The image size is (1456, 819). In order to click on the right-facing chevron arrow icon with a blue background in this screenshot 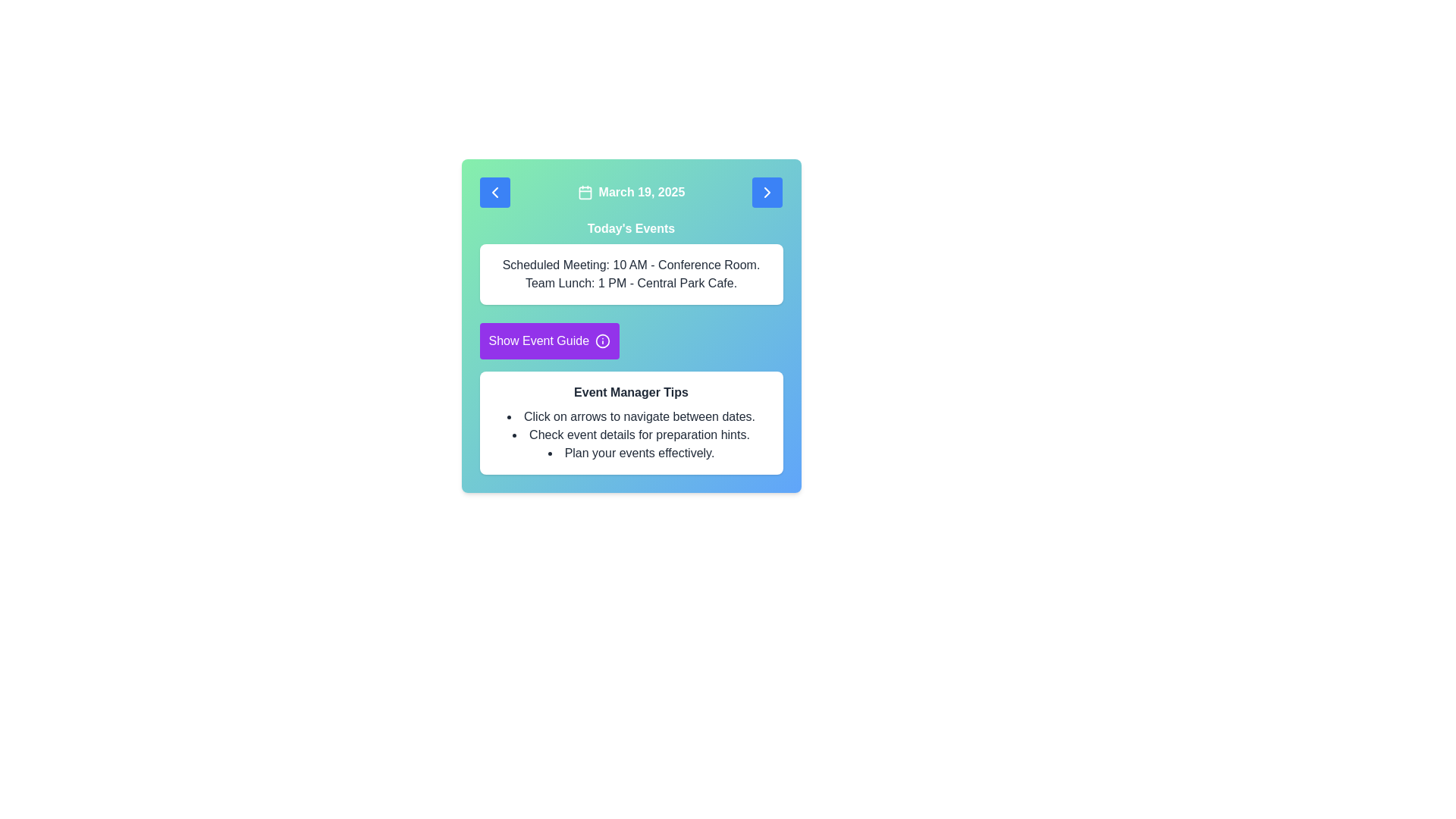, I will do `click(767, 192)`.